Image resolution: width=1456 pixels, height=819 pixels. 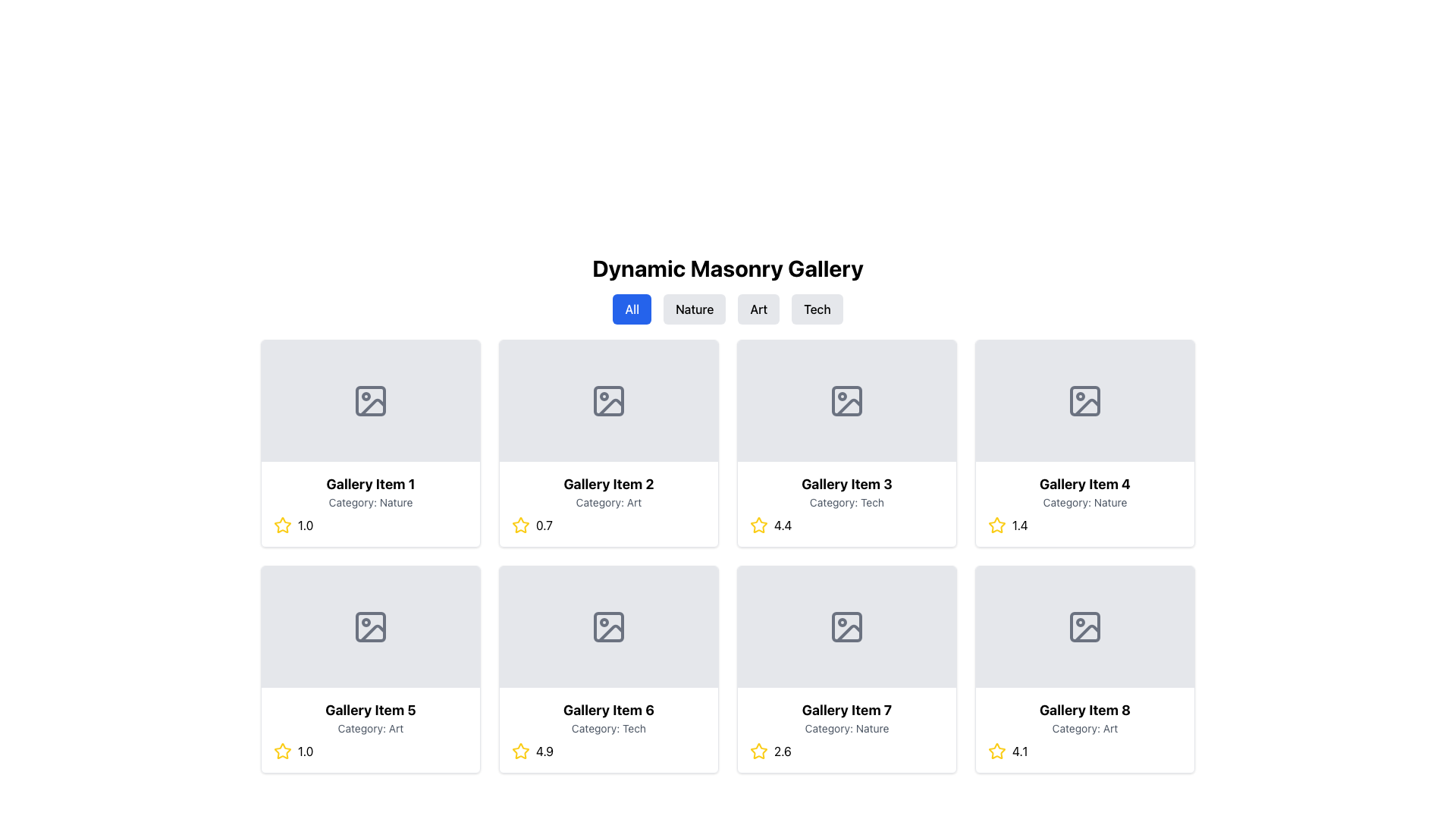 I want to click on the Informational Card located in the sixth position of the bottom row in the grid layout, which displays details about an item including its title, category, and rating, so click(x=608, y=730).